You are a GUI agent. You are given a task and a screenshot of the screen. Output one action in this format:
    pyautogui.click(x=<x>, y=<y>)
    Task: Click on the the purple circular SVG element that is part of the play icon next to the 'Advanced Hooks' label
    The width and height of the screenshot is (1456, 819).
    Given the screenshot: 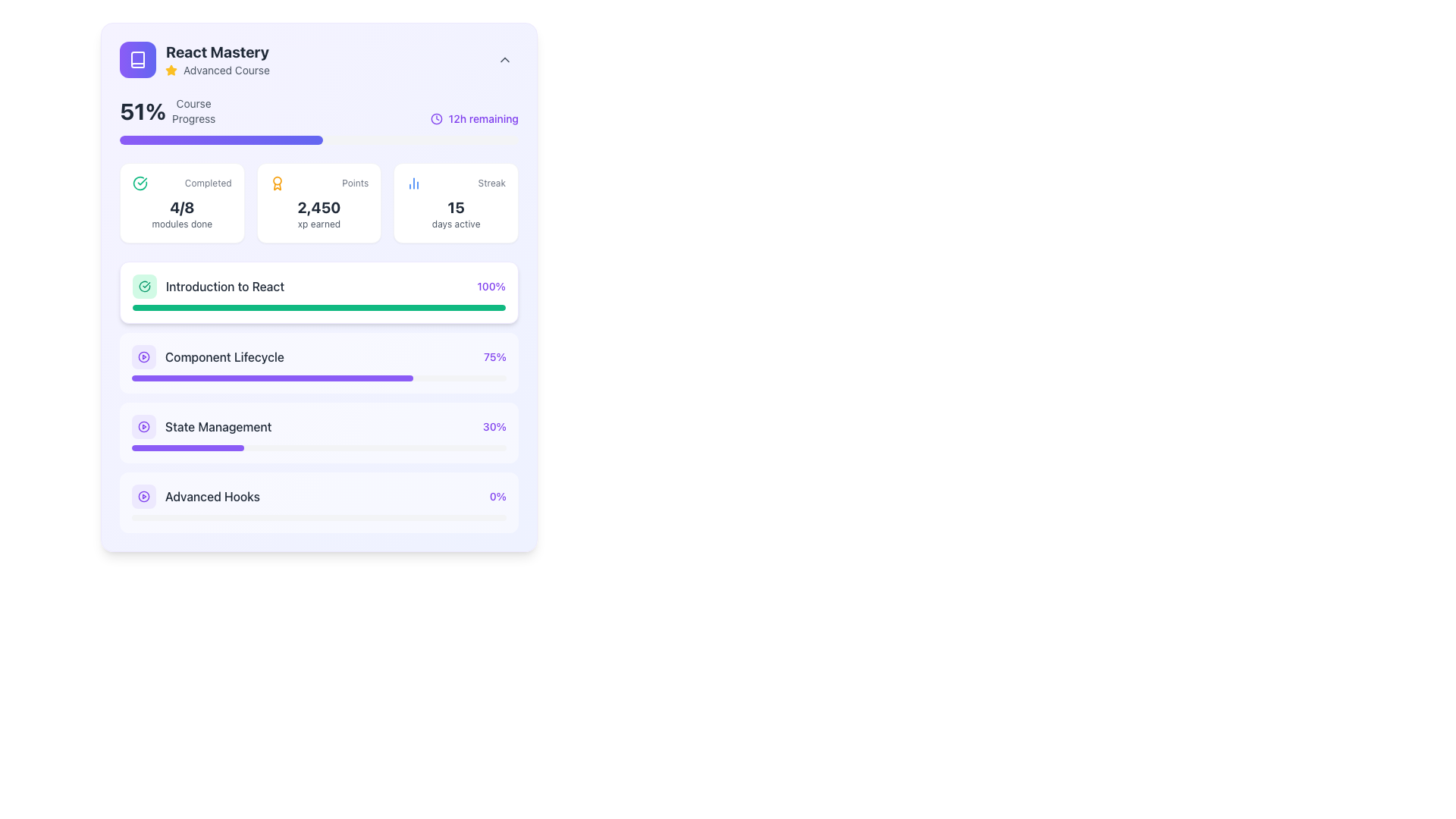 What is the action you would take?
    pyautogui.click(x=144, y=497)
    